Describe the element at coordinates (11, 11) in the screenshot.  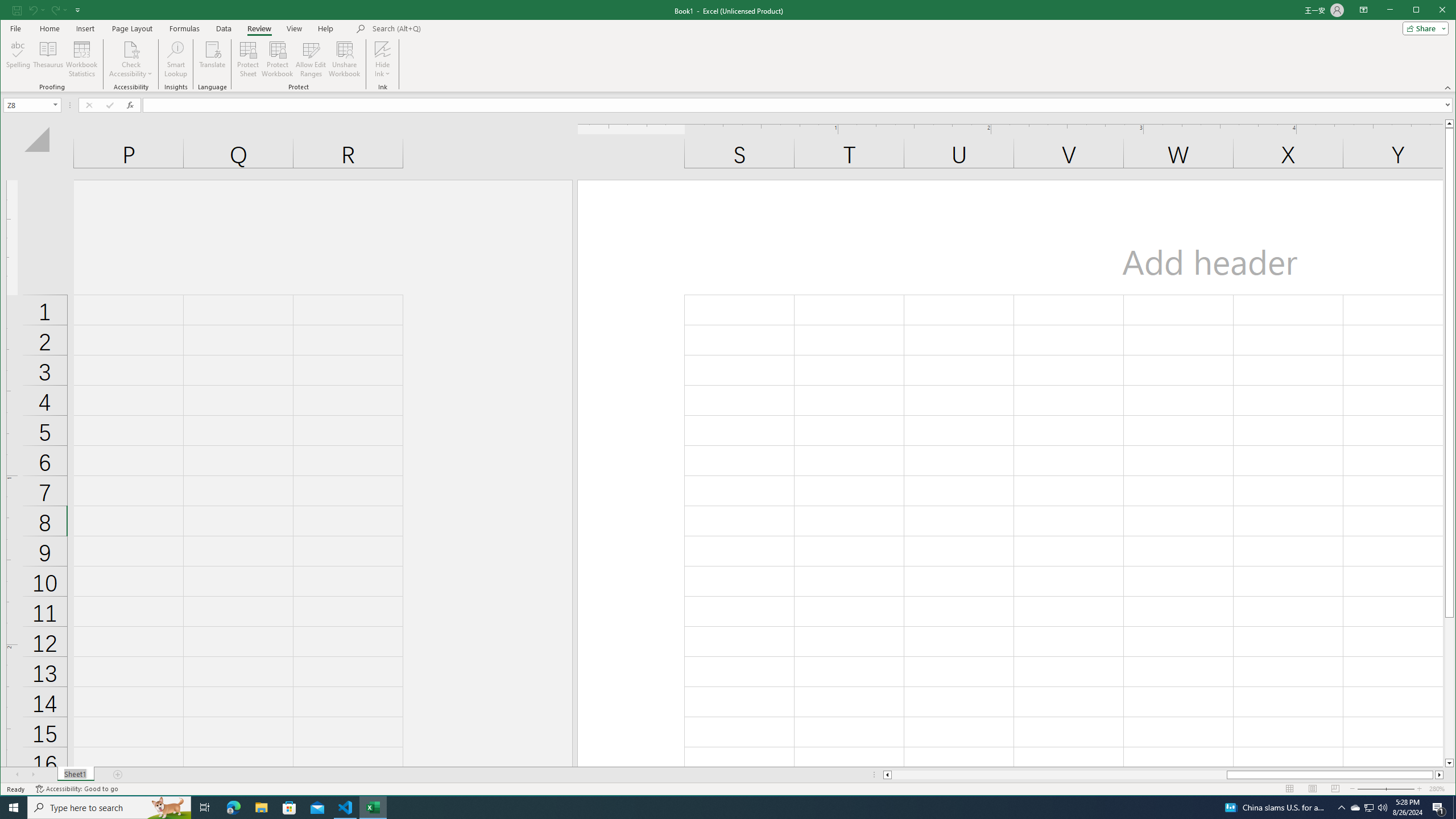
I see `'System'` at that location.